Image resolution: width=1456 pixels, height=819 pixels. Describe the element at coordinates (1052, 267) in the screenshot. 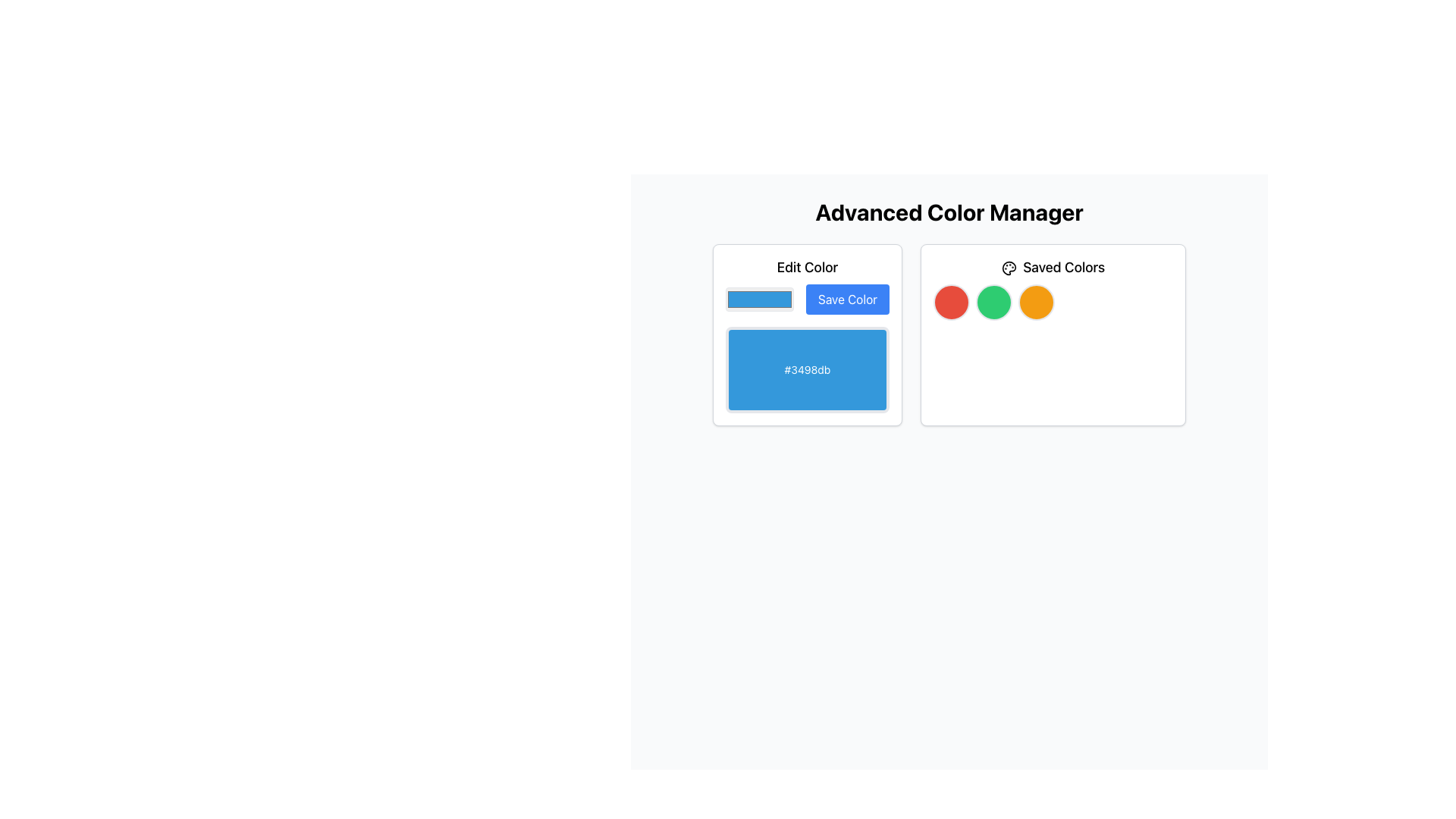

I see `the 'Saved Colors' label, which is a bold, large font text preceded by a palette icon, located in a white rectangular card under 'Advanced Color Manager'` at that location.